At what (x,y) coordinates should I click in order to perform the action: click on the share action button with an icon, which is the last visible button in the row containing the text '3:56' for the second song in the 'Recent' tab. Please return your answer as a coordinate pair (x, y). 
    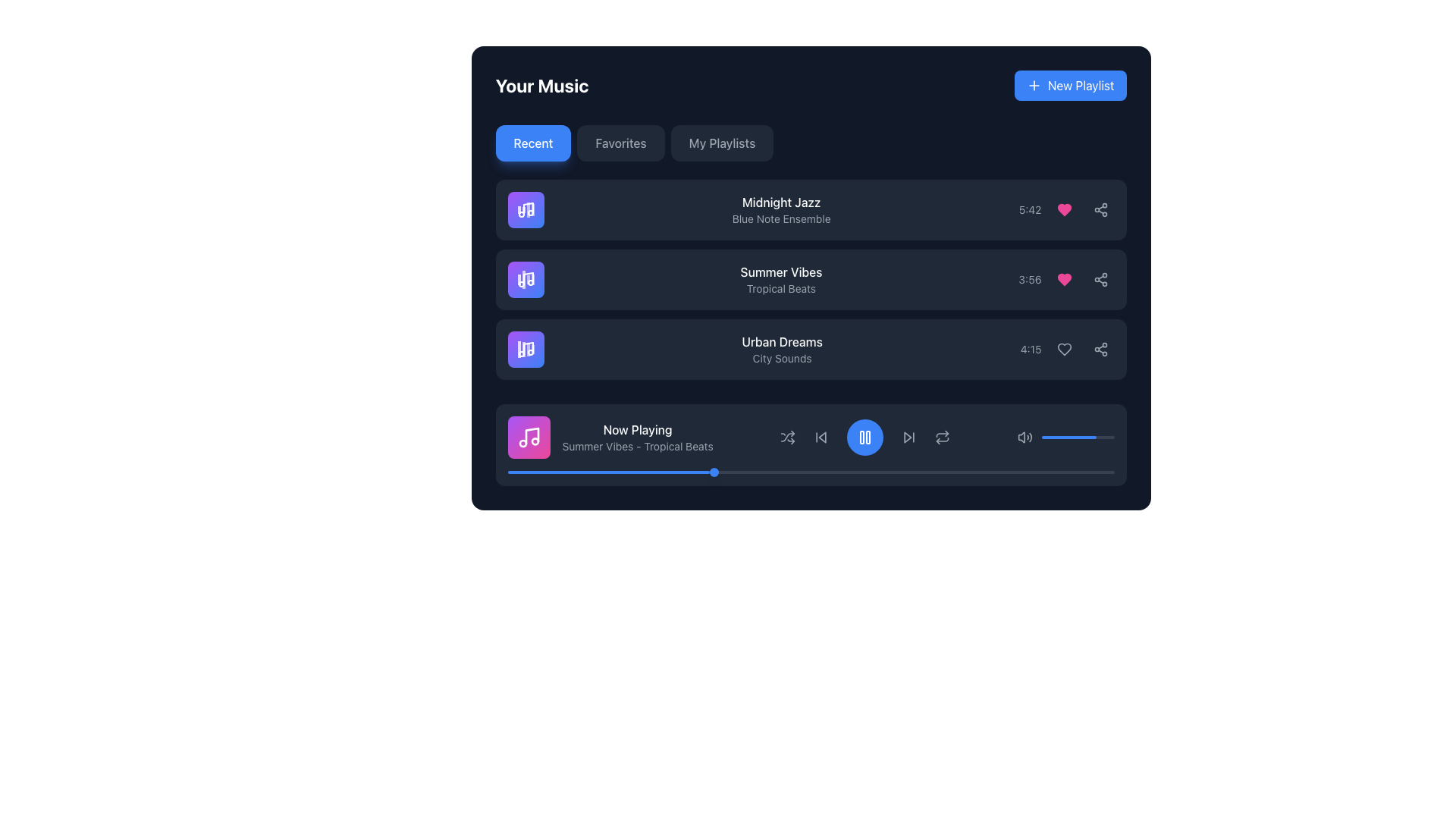
    Looking at the image, I should click on (1100, 280).